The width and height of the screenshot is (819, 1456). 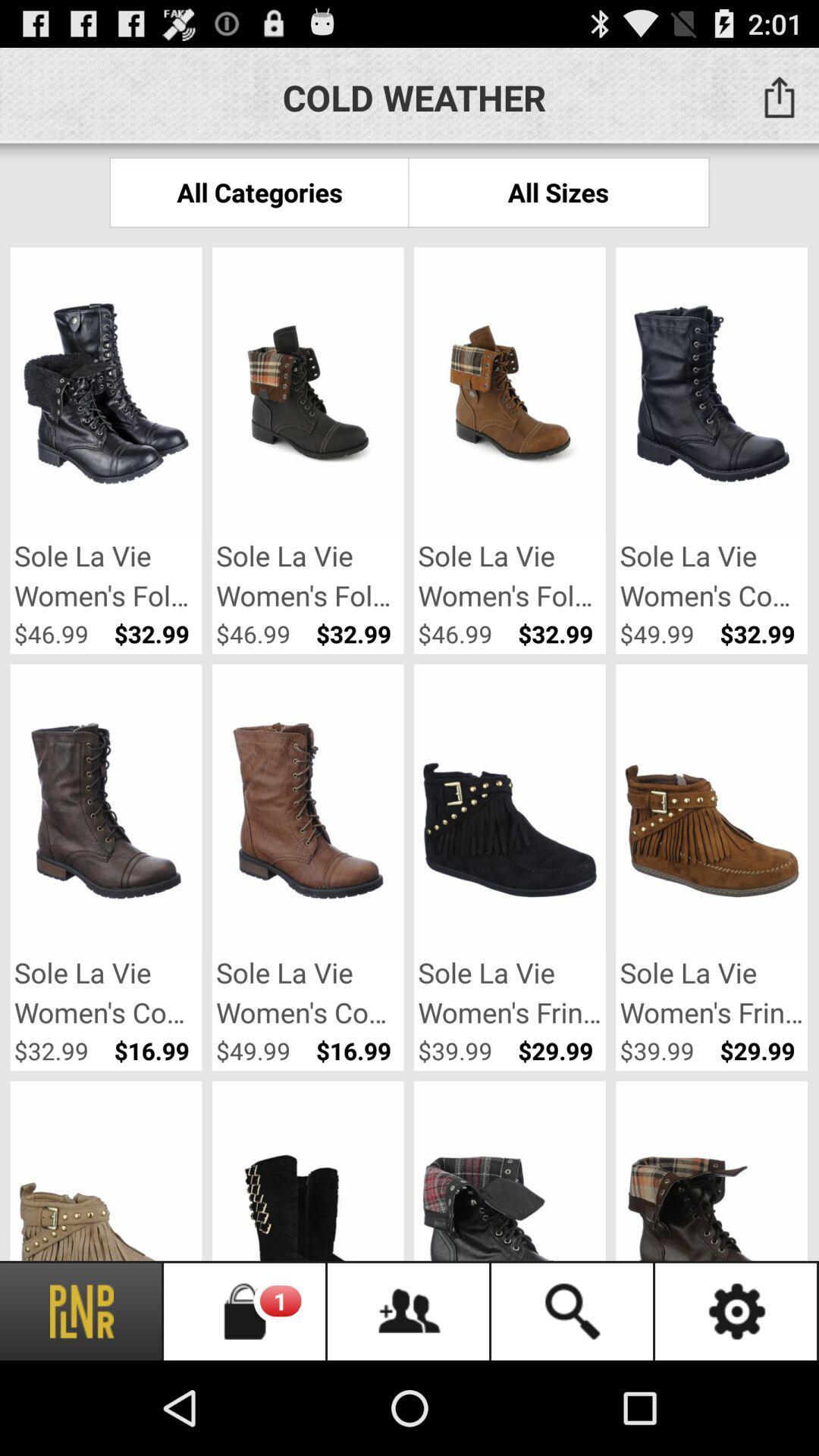 I want to click on the icon next to the all categories icon, so click(x=558, y=191).